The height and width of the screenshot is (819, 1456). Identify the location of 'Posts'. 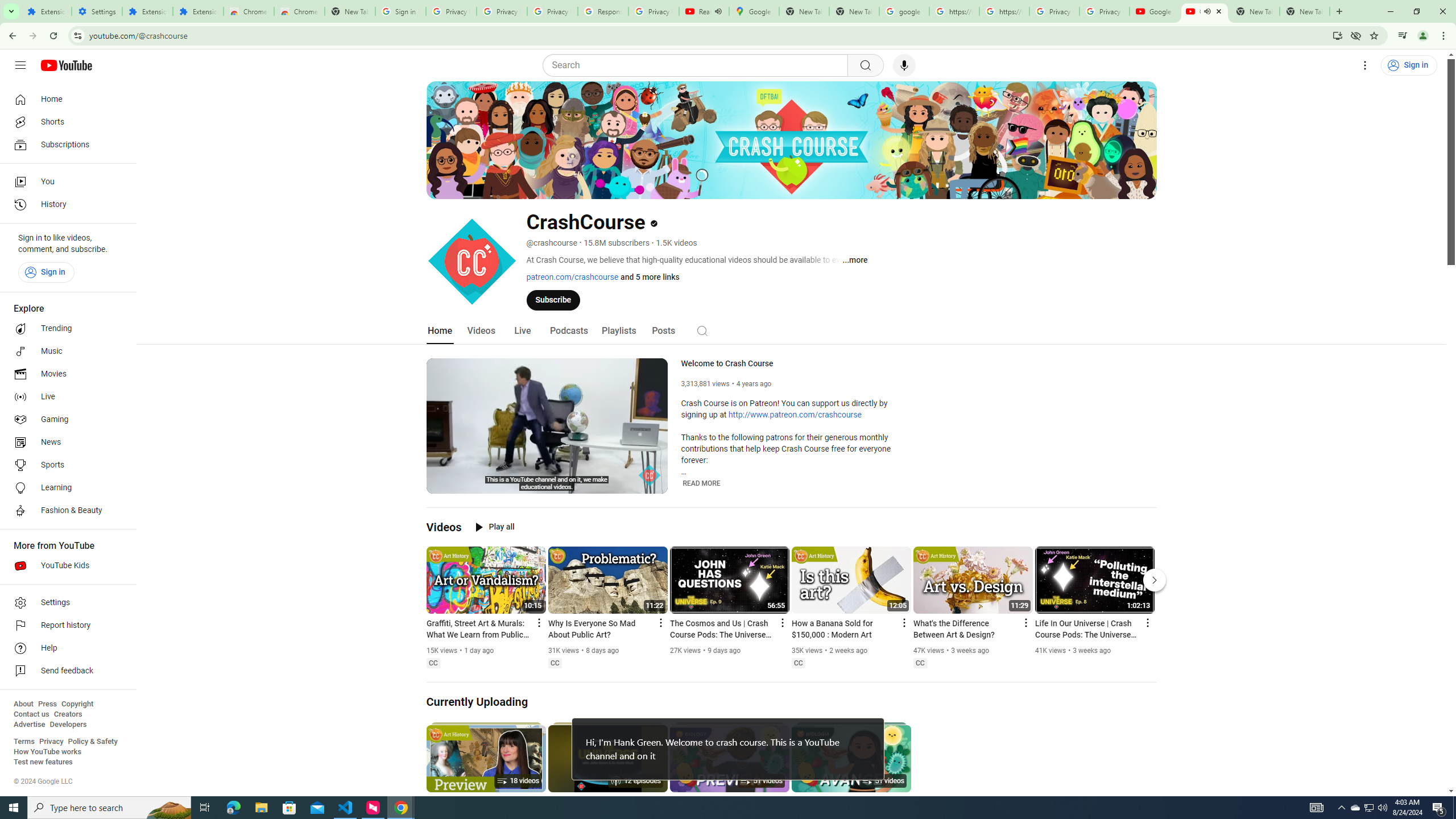
(663, 330).